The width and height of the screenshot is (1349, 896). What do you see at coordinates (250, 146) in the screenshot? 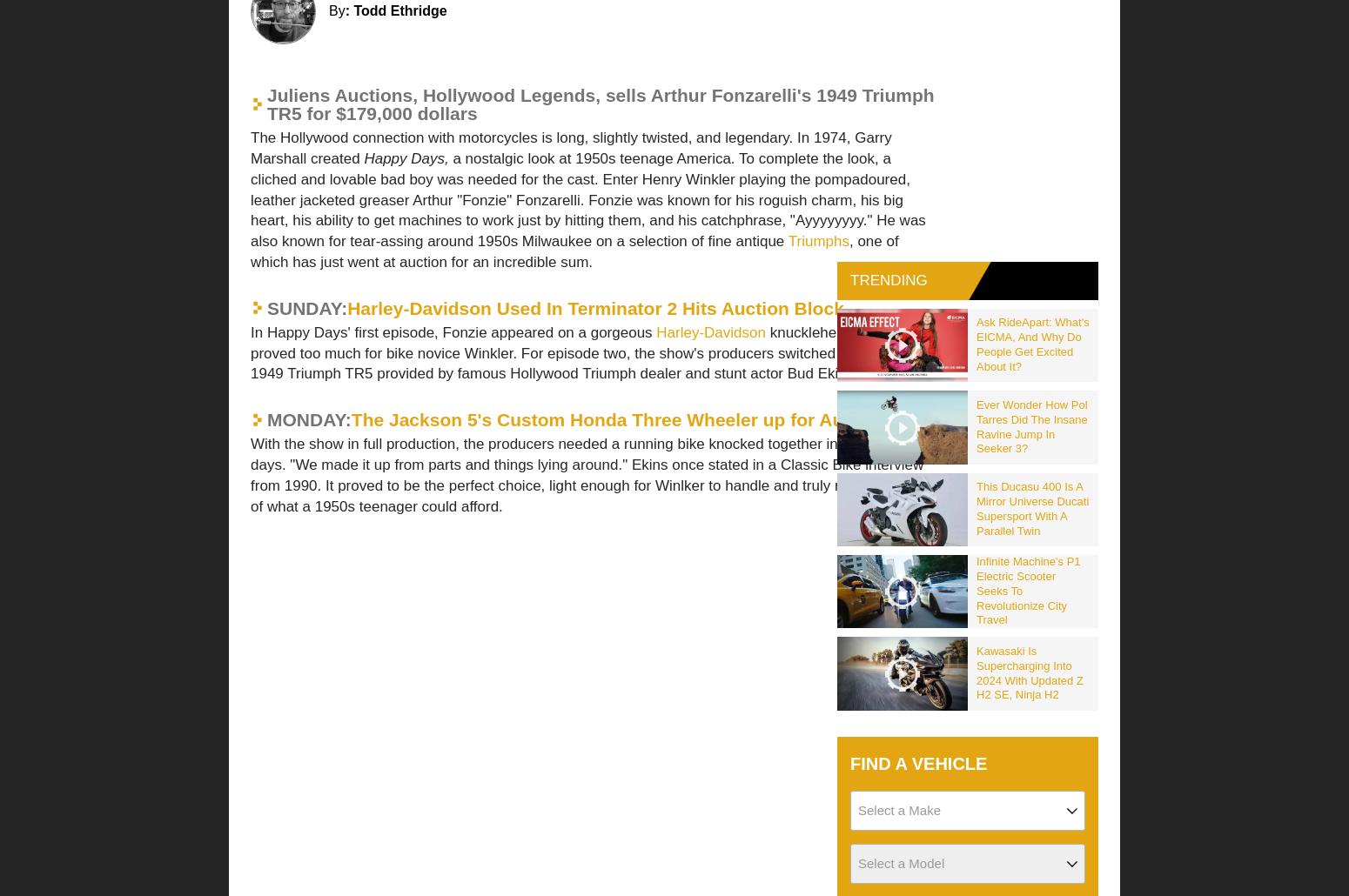
I see `'The Hollywood connection with motorcycles is long, slightly twisted, and legendary. In 1974, Garry Marshall created'` at bounding box center [250, 146].